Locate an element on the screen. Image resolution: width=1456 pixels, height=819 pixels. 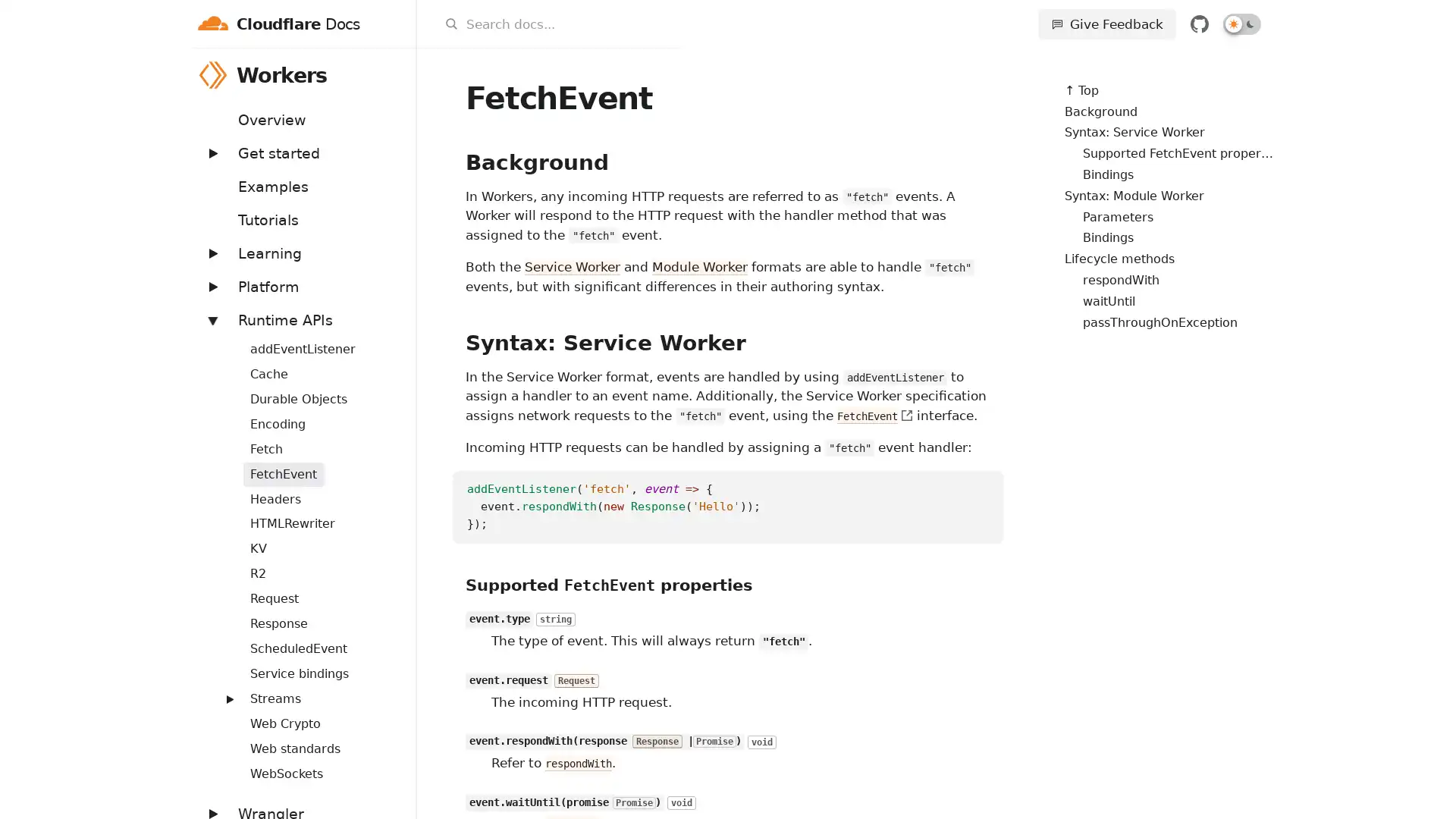
Expand: Learning is located at coordinates (211, 252).